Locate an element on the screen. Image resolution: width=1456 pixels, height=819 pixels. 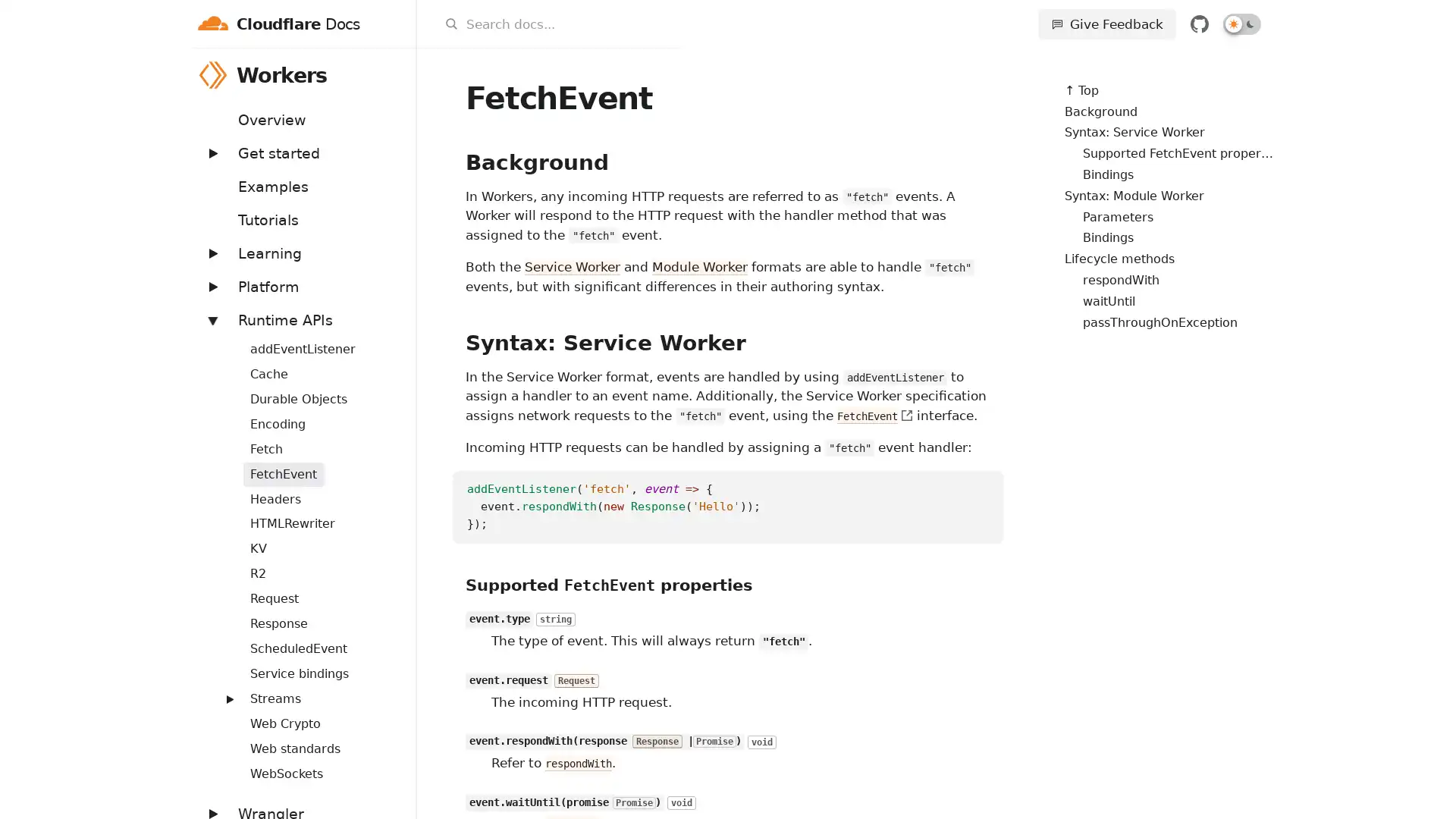
Expand: Learning is located at coordinates (211, 252).